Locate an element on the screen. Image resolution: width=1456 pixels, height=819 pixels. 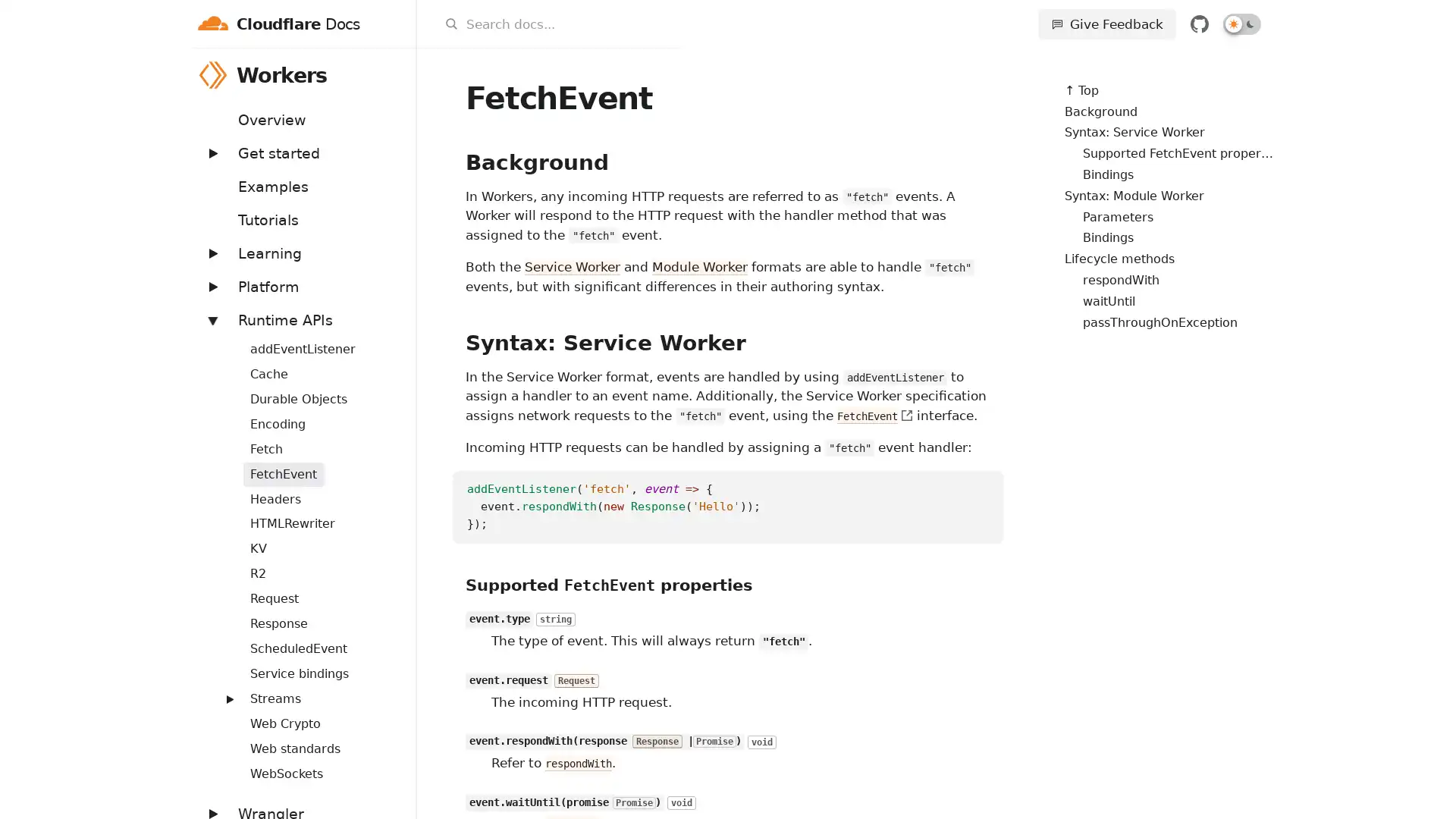
Expand: Learning is located at coordinates (211, 252).